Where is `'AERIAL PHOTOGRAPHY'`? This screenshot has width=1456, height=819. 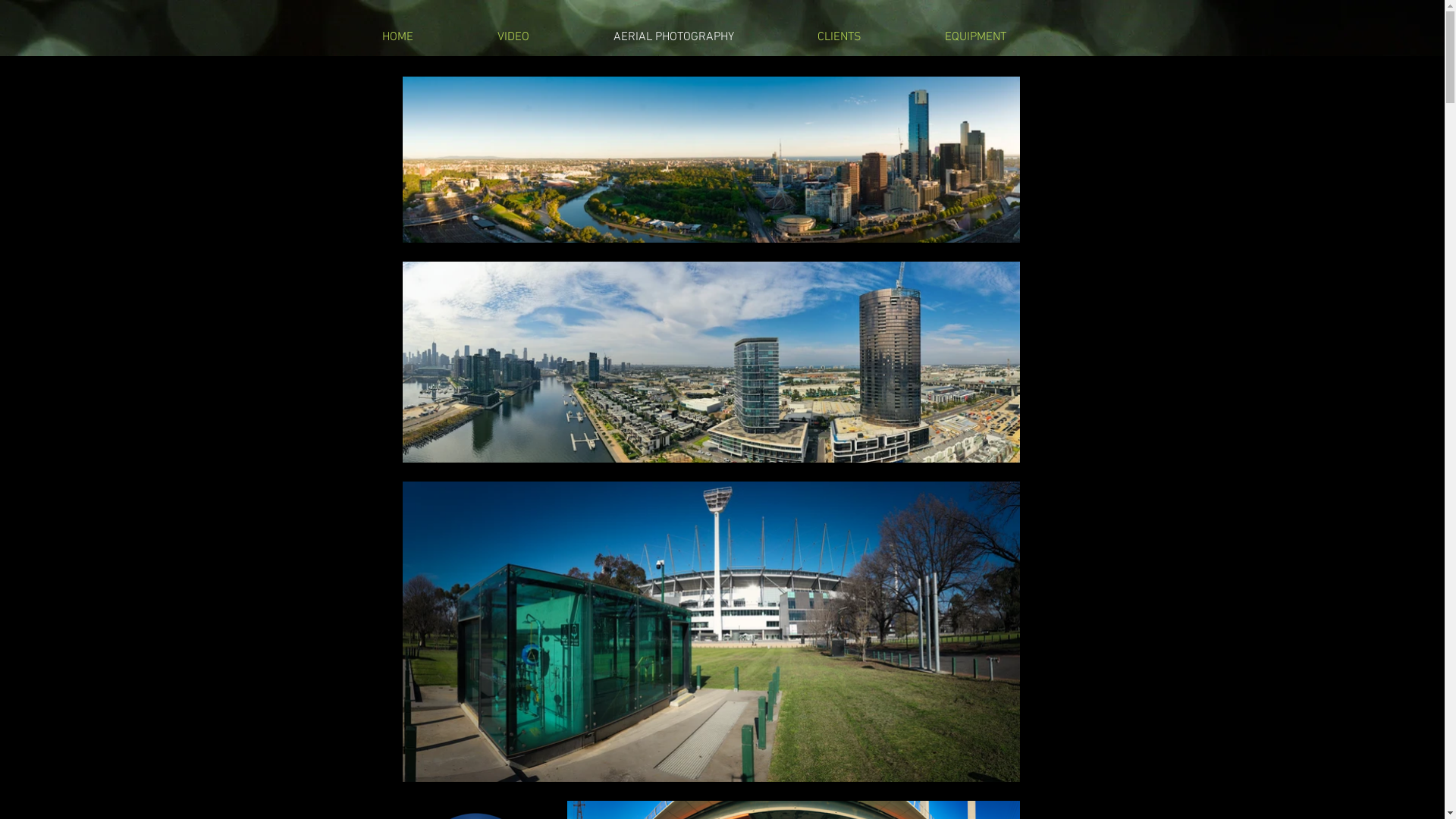 'AERIAL PHOTOGRAPHY' is located at coordinates (703, 36).